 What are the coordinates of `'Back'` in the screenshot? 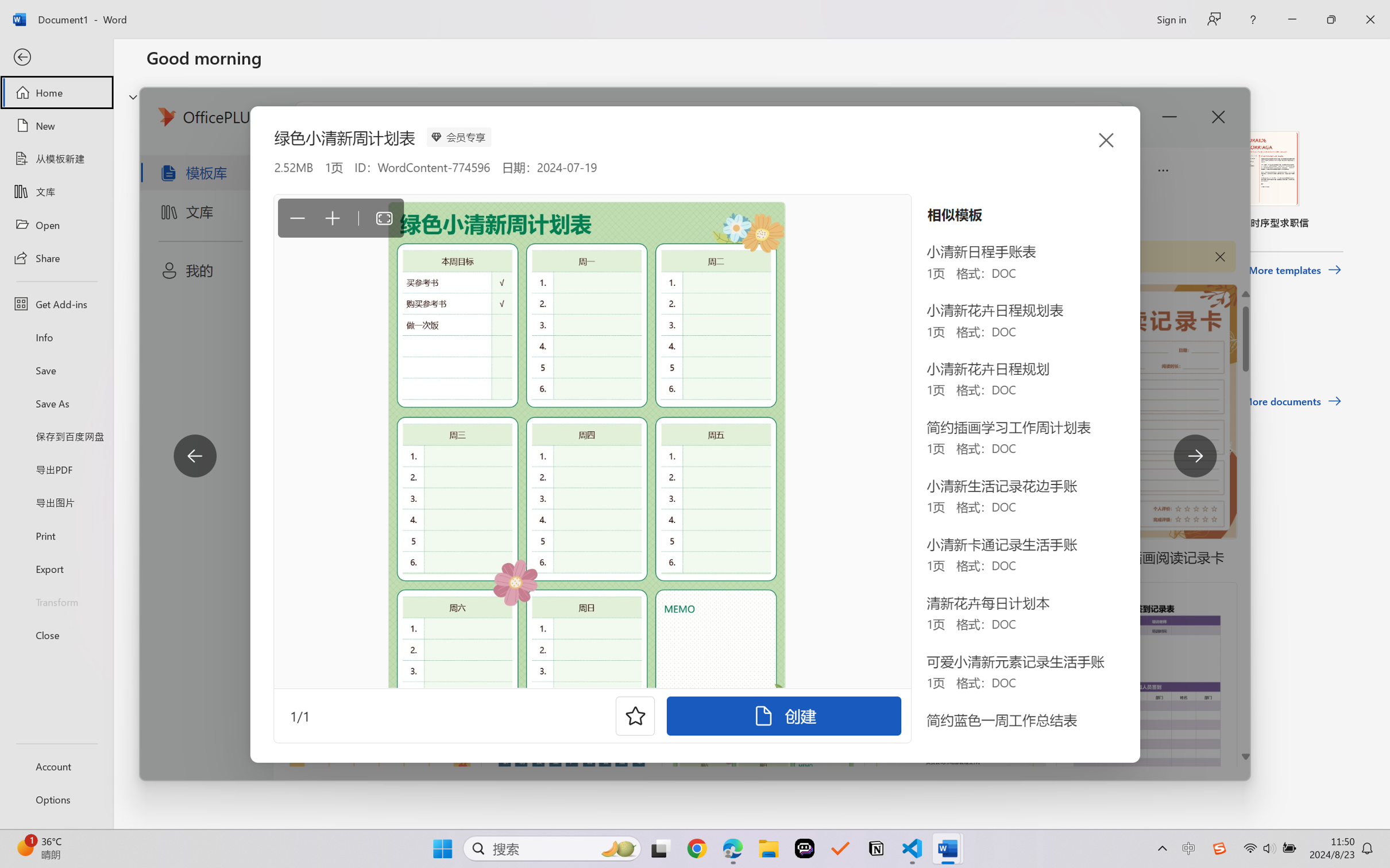 It's located at (56, 57).